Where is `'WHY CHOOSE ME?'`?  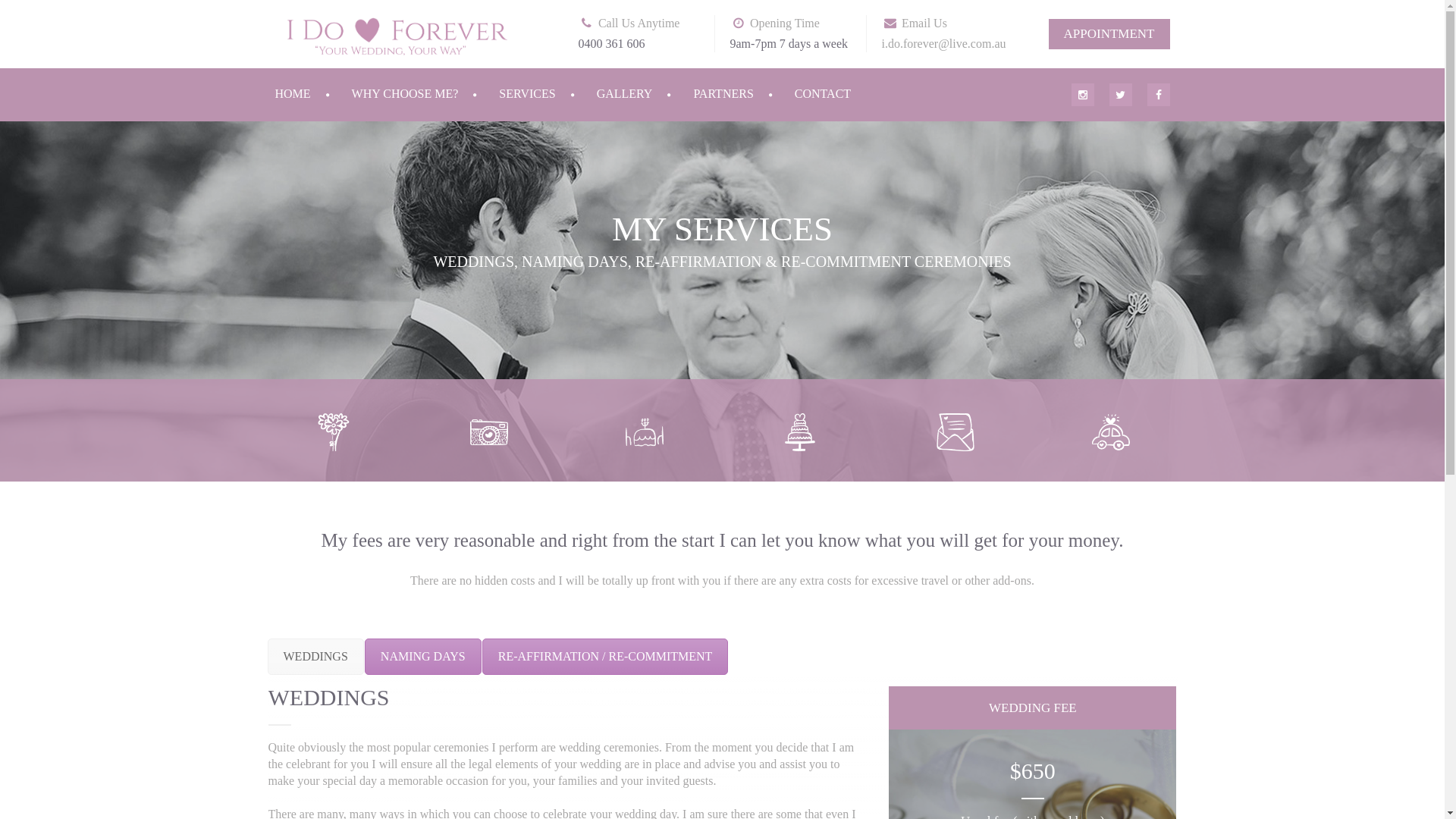
'WHY CHOOSE ME?' is located at coordinates (422, 93).